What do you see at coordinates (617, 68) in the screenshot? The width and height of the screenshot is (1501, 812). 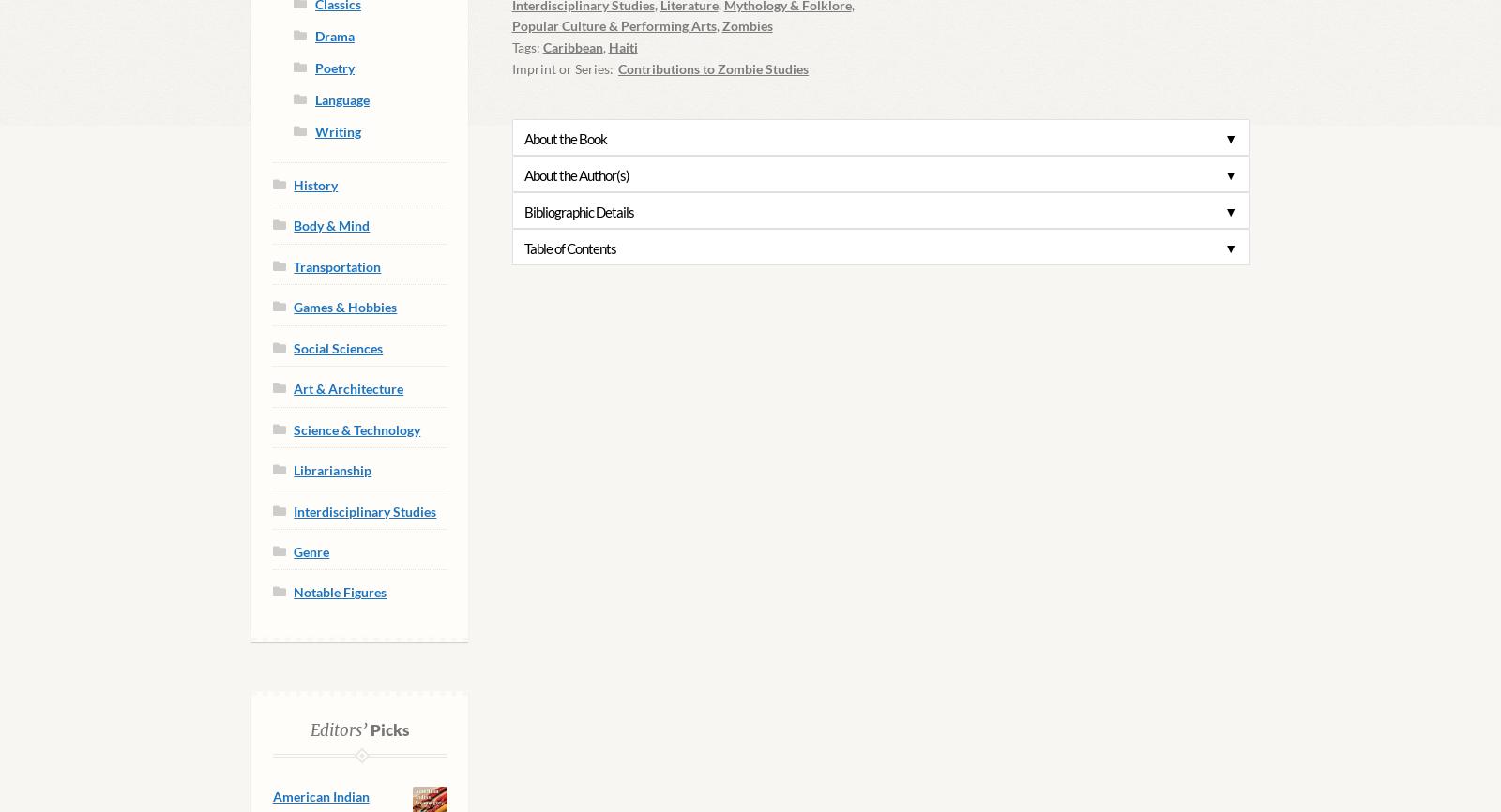 I see `'Contributions to Zombie Studies'` at bounding box center [617, 68].